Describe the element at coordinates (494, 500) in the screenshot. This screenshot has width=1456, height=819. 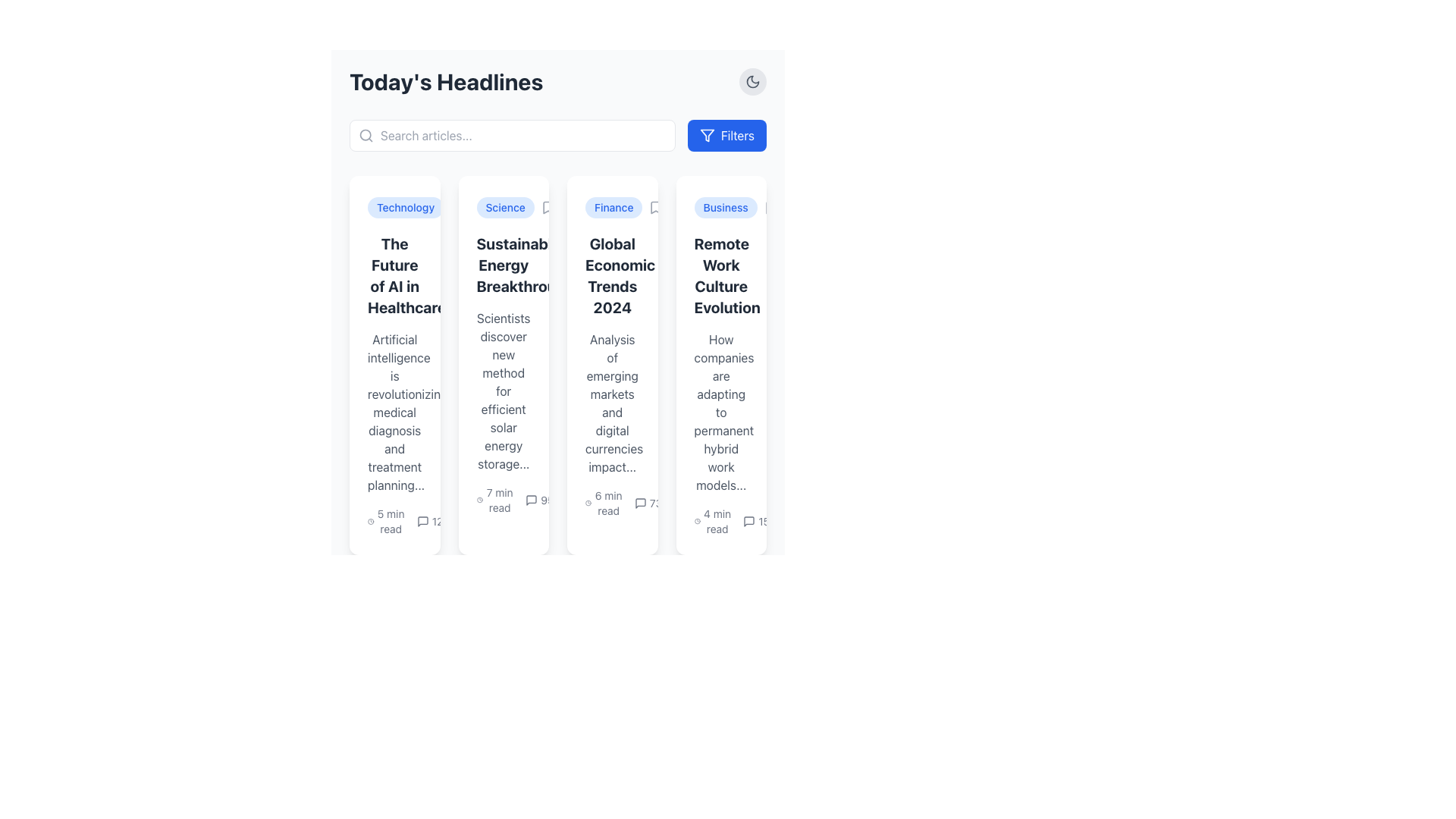
I see `informational label that indicates the approximate time required to read the content of the second card, located at the bottom of the card` at that location.